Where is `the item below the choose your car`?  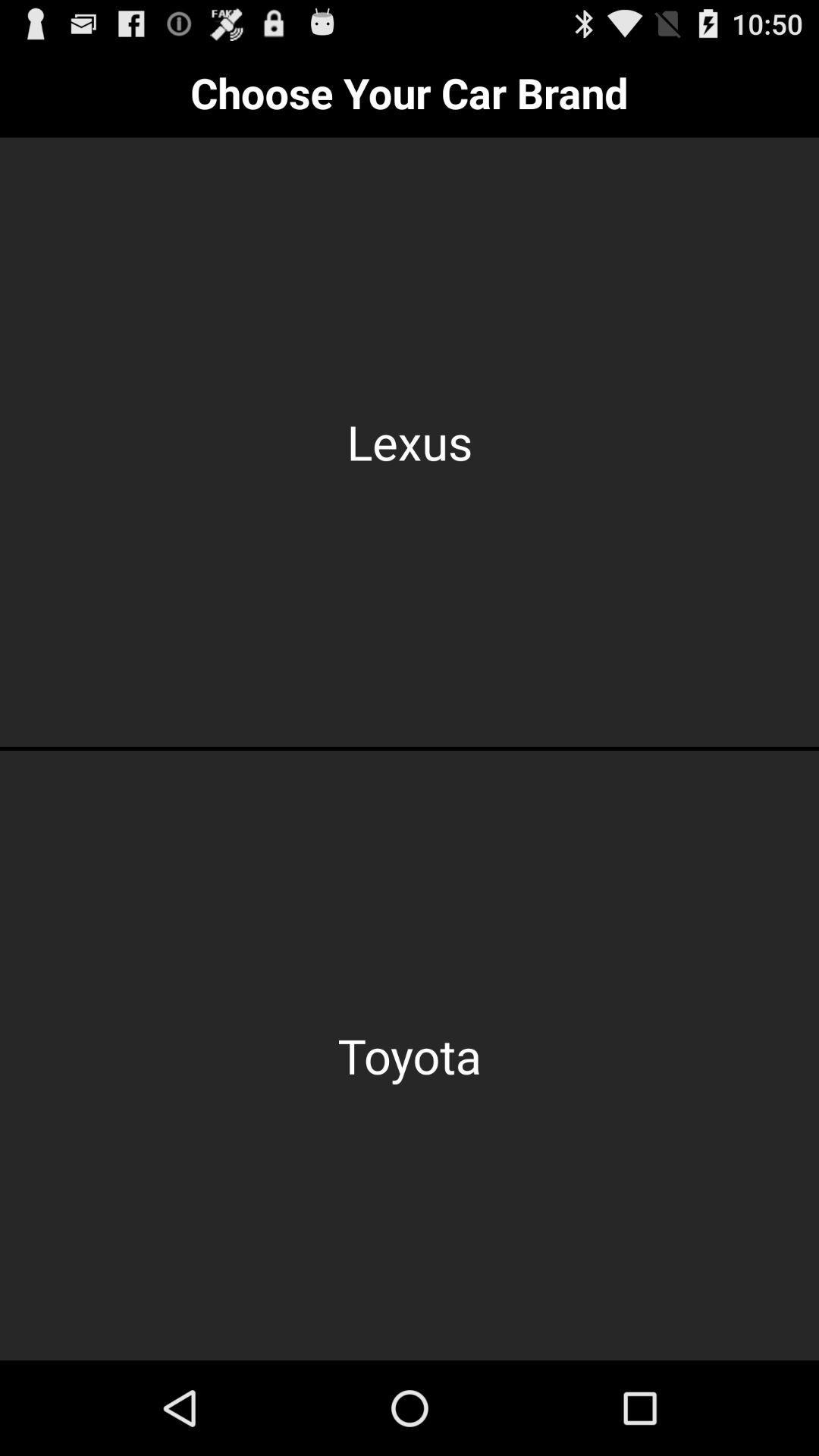
the item below the choose your car is located at coordinates (409, 441).